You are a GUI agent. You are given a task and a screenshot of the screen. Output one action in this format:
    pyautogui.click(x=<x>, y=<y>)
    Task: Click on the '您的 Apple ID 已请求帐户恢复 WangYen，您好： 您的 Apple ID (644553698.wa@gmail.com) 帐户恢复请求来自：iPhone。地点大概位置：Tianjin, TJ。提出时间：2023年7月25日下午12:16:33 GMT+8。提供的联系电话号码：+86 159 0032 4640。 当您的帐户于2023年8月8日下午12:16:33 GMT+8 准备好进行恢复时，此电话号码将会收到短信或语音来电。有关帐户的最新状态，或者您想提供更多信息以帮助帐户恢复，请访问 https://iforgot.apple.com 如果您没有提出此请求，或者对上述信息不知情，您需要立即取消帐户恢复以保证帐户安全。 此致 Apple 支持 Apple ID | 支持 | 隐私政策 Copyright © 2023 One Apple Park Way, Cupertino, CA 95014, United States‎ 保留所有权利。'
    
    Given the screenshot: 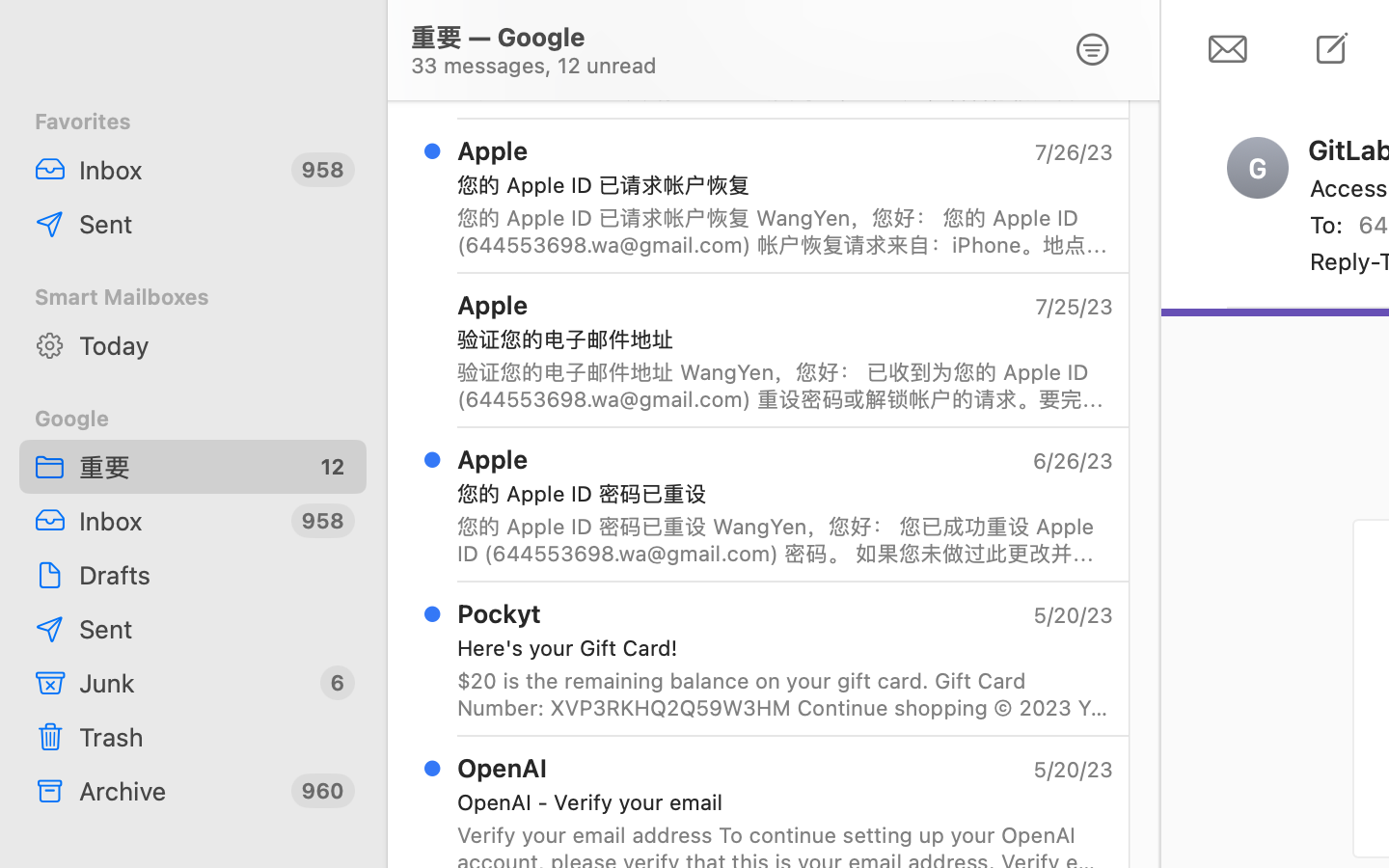 What is the action you would take?
    pyautogui.click(x=785, y=231)
    